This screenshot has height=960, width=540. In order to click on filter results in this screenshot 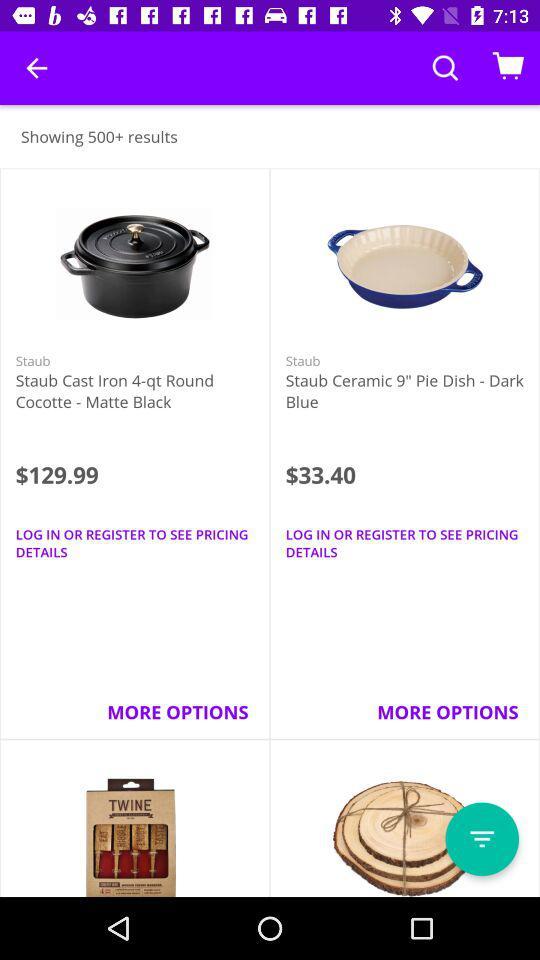, I will do `click(481, 839)`.